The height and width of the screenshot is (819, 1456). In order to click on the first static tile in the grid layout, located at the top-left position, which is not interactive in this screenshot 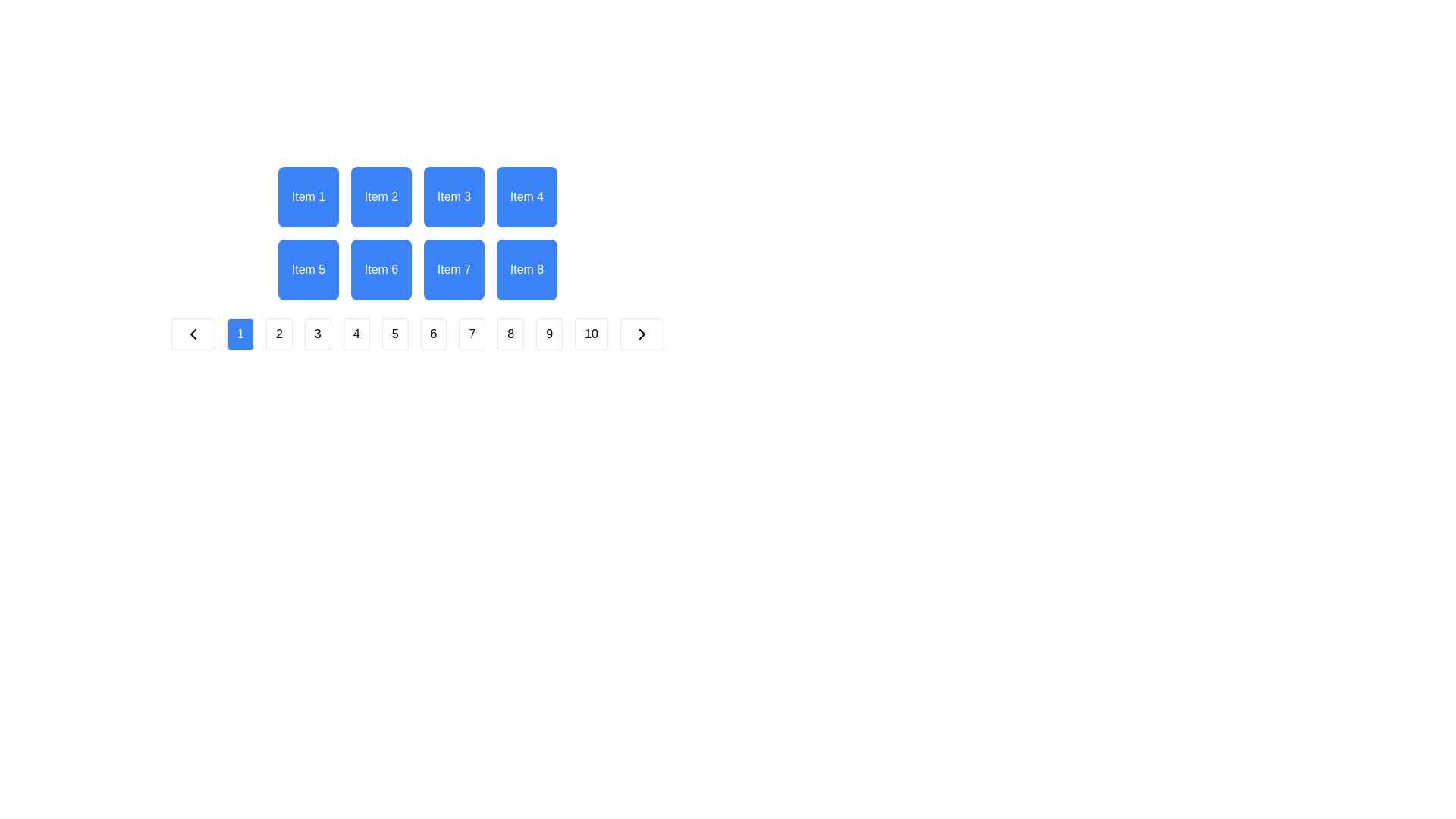, I will do `click(308, 196)`.